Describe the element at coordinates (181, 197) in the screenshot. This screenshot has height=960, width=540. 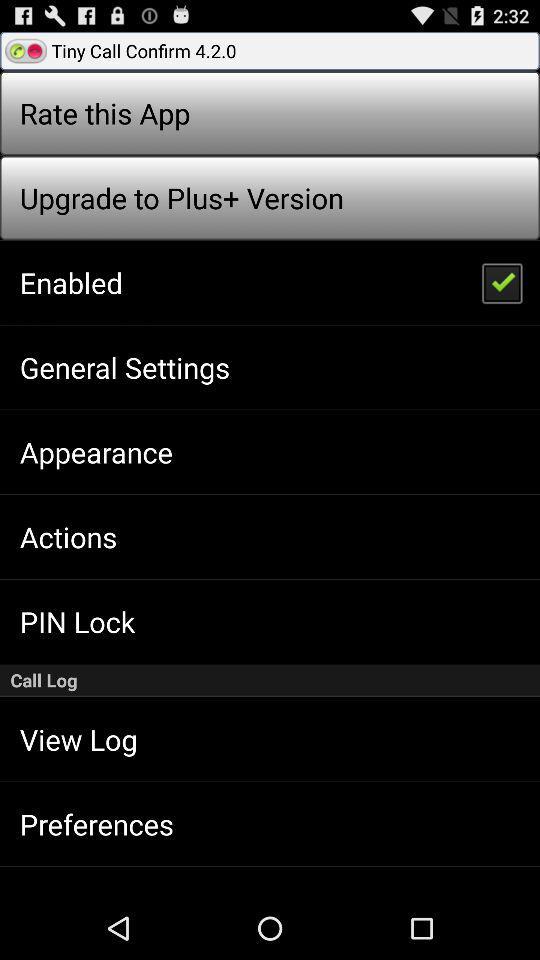
I see `the app above the enabled` at that location.